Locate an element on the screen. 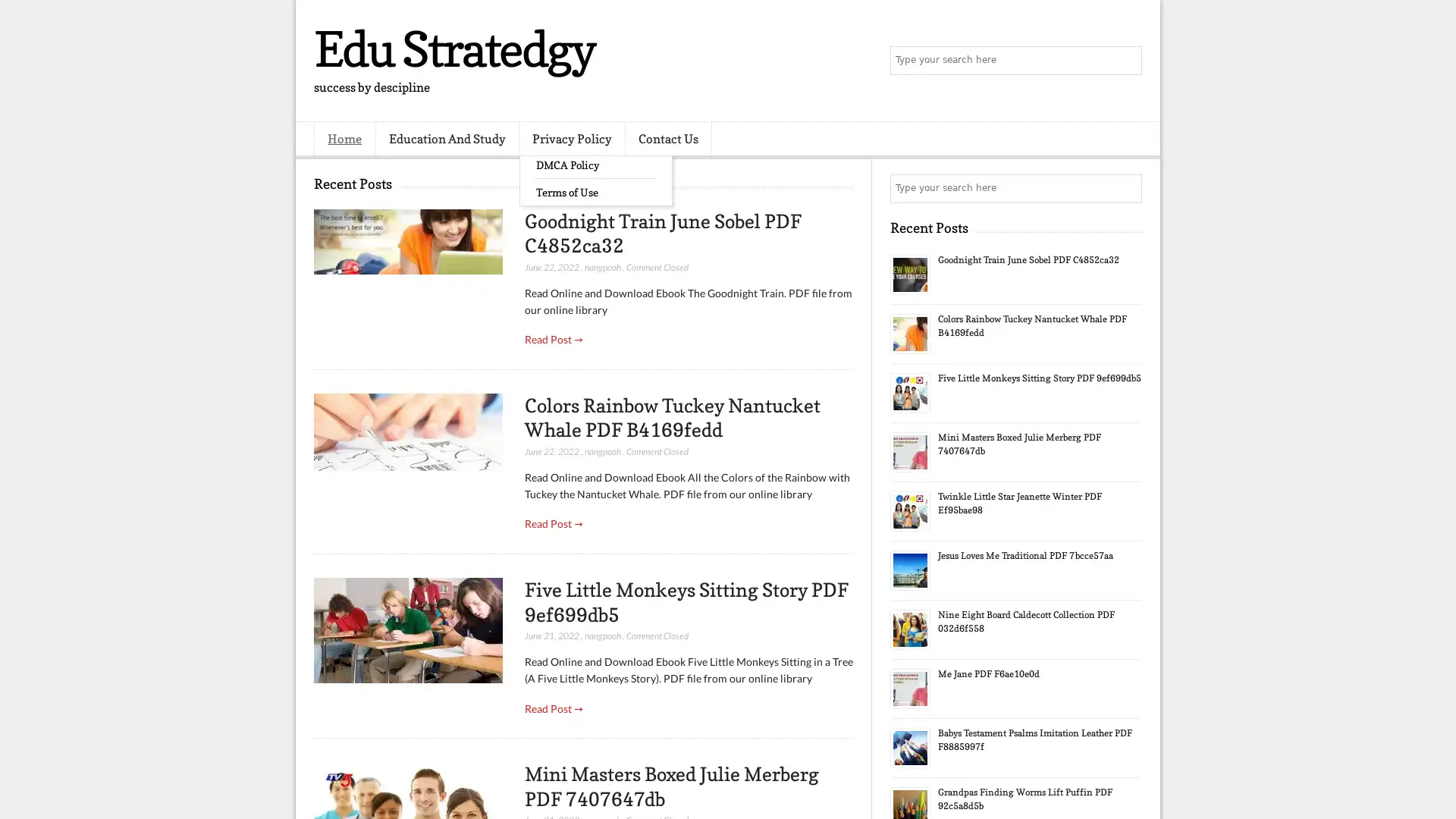 The image size is (1456, 819). Search is located at coordinates (1126, 188).